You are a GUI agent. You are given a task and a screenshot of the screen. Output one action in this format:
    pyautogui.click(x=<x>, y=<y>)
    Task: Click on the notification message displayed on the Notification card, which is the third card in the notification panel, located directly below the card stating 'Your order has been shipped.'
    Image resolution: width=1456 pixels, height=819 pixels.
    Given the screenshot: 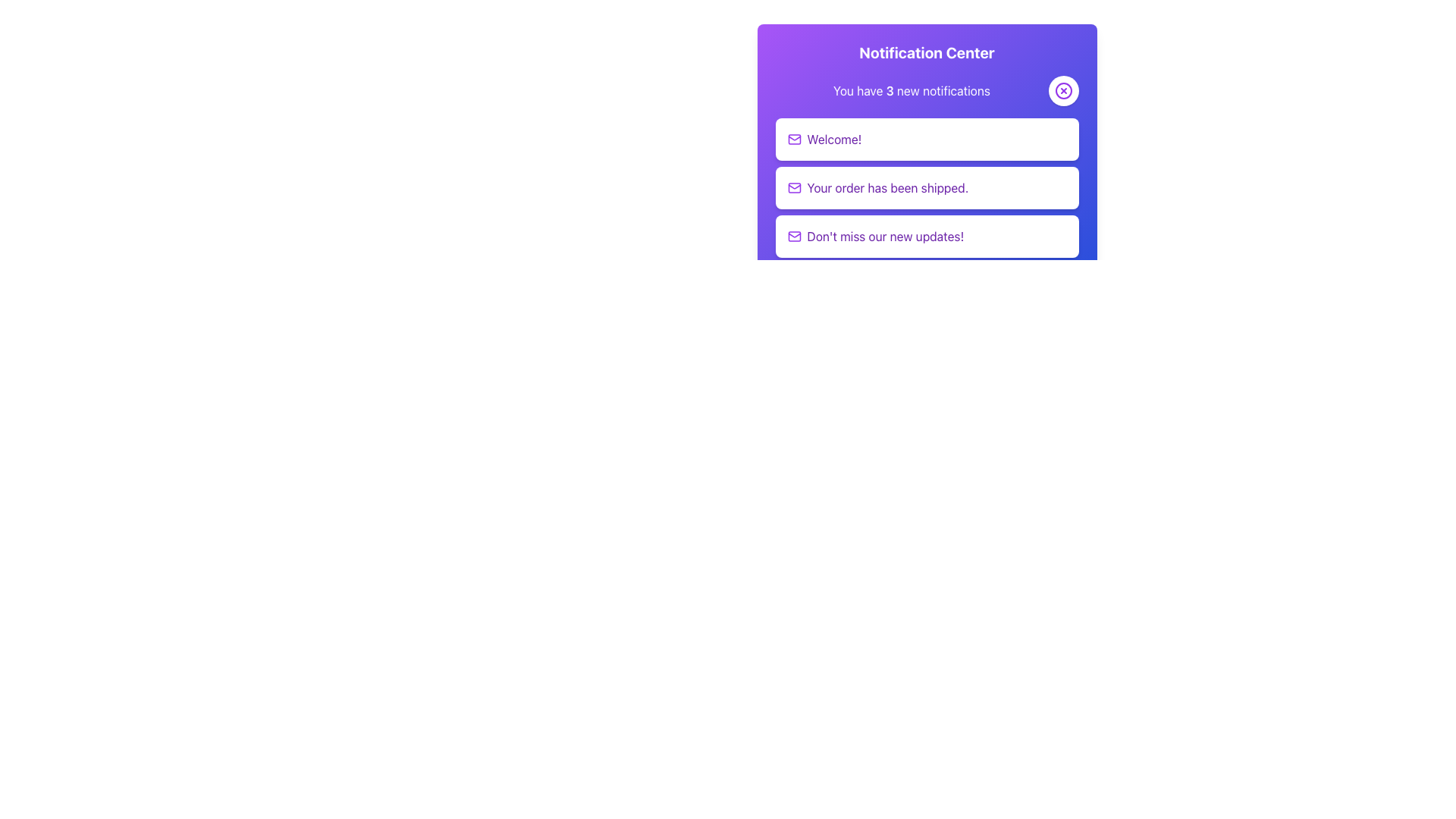 What is the action you would take?
    pyautogui.click(x=926, y=237)
    